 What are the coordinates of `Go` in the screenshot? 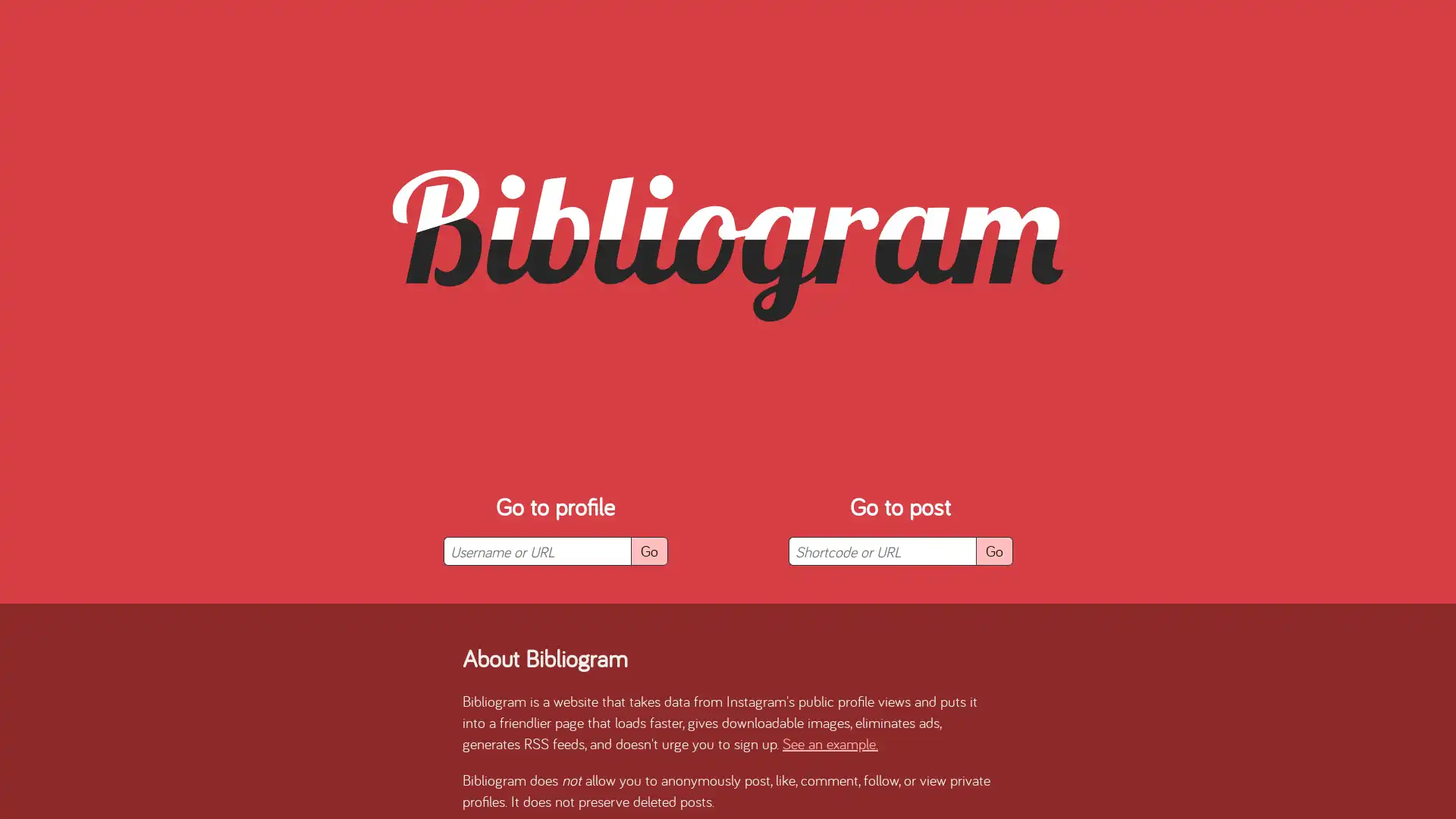 It's located at (648, 551).